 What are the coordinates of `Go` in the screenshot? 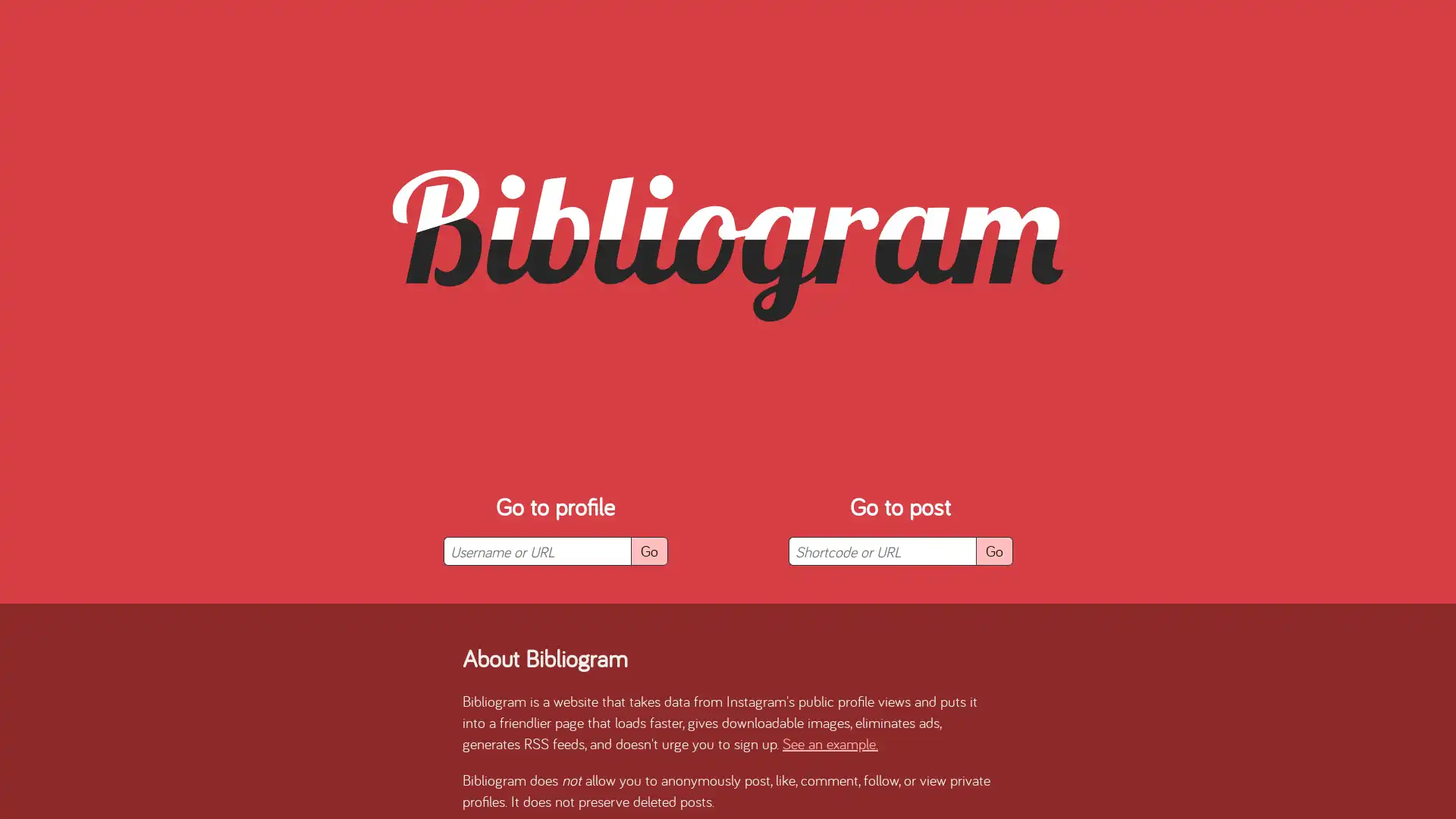 It's located at (648, 551).